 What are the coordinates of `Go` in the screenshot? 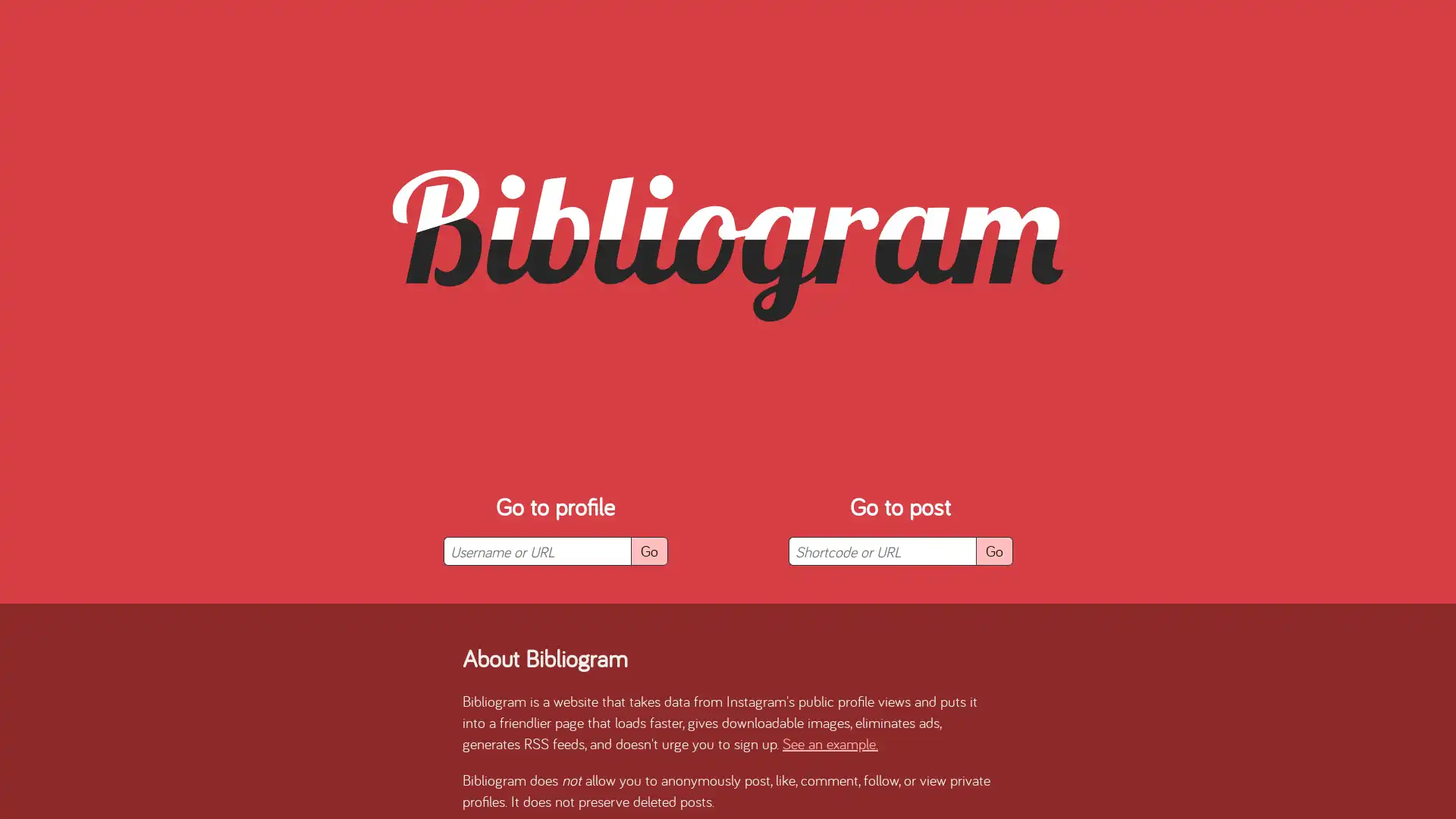 It's located at (648, 551).